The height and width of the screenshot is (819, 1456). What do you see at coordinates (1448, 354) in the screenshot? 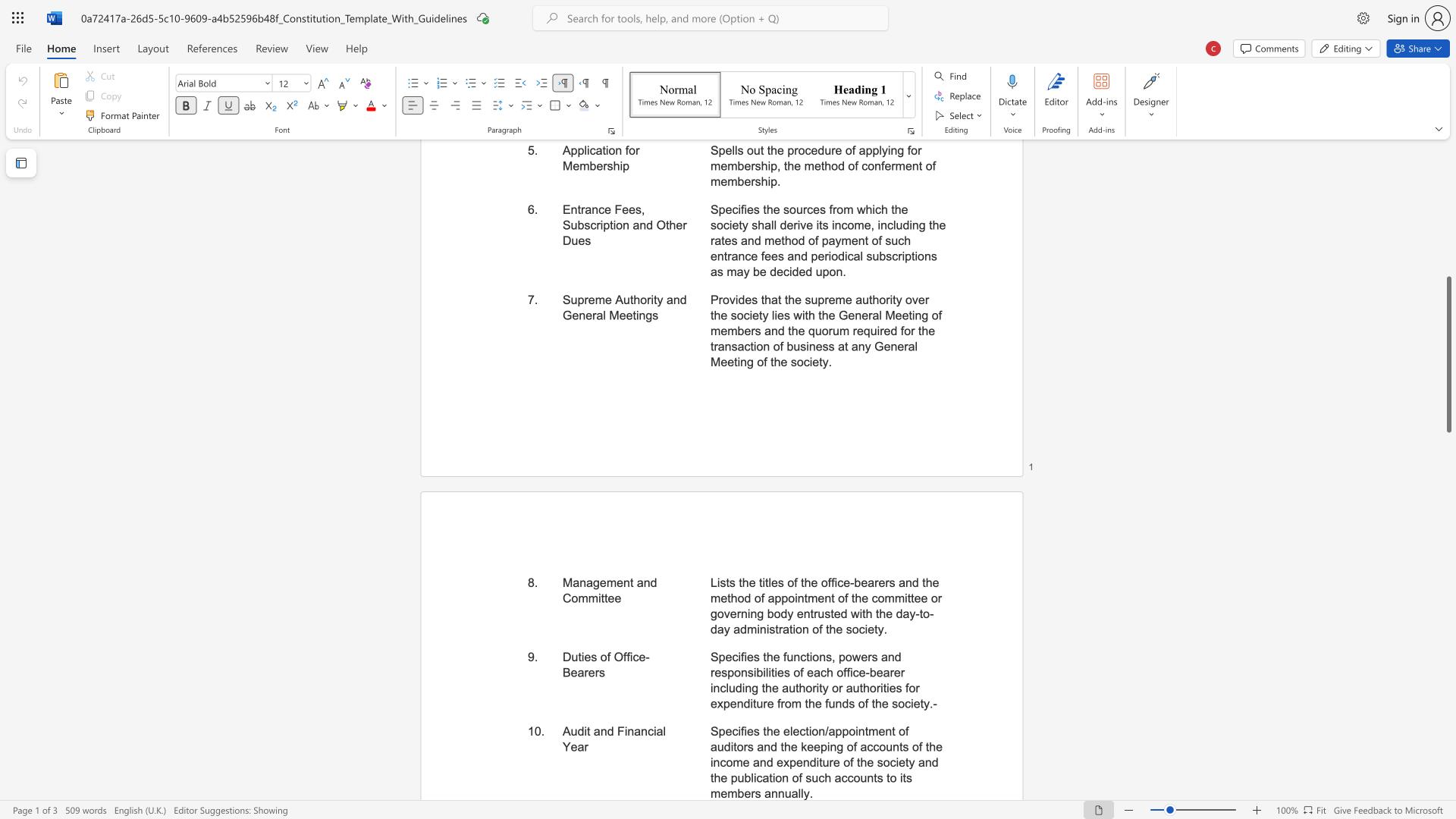
I see `the scrollbar and move up 380 pixels` at bounding box center [1448, 354].